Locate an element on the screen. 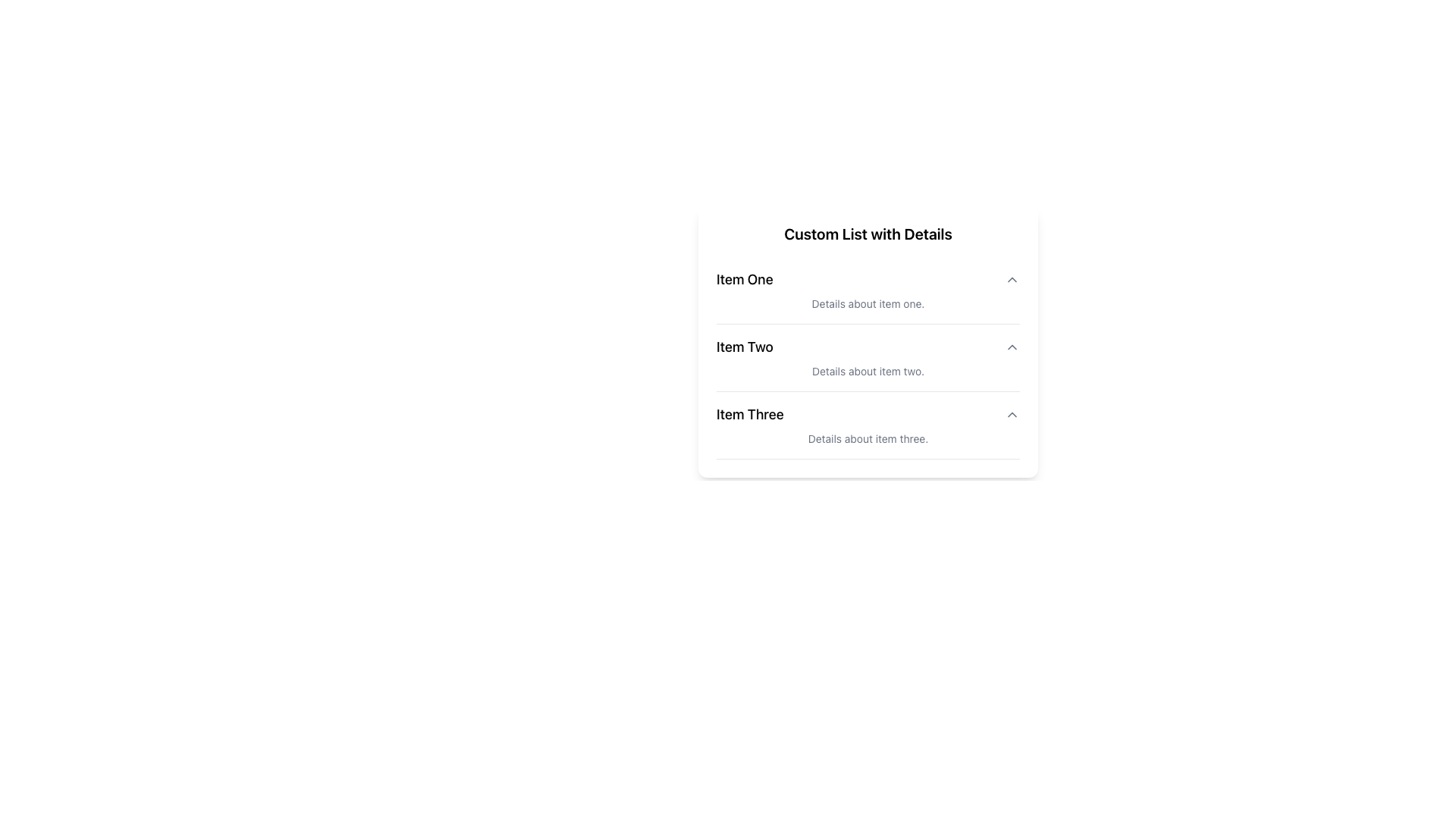 This screenshot has width=1456, height=819. the icon-based button located at the far right of the 'Item Two' row in the 'Custom List with Details' is located at coordinates (1012, 347).